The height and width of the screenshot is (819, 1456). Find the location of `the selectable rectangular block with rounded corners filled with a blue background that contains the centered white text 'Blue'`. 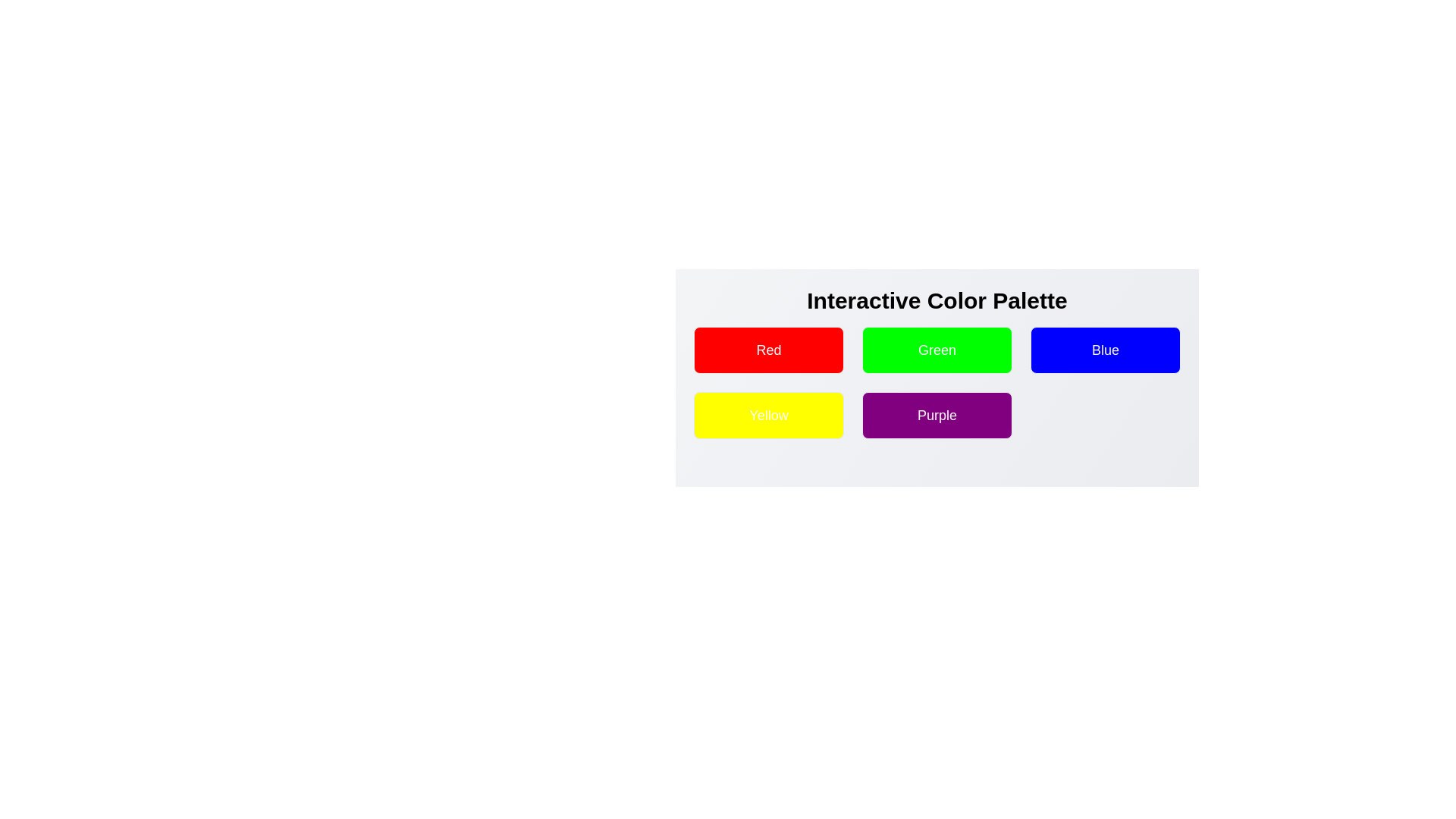

the selectable rectangular block with rounded corners filled with a blue background that contains the centered white text 'Blue' is located at coordinates (1106, 350).